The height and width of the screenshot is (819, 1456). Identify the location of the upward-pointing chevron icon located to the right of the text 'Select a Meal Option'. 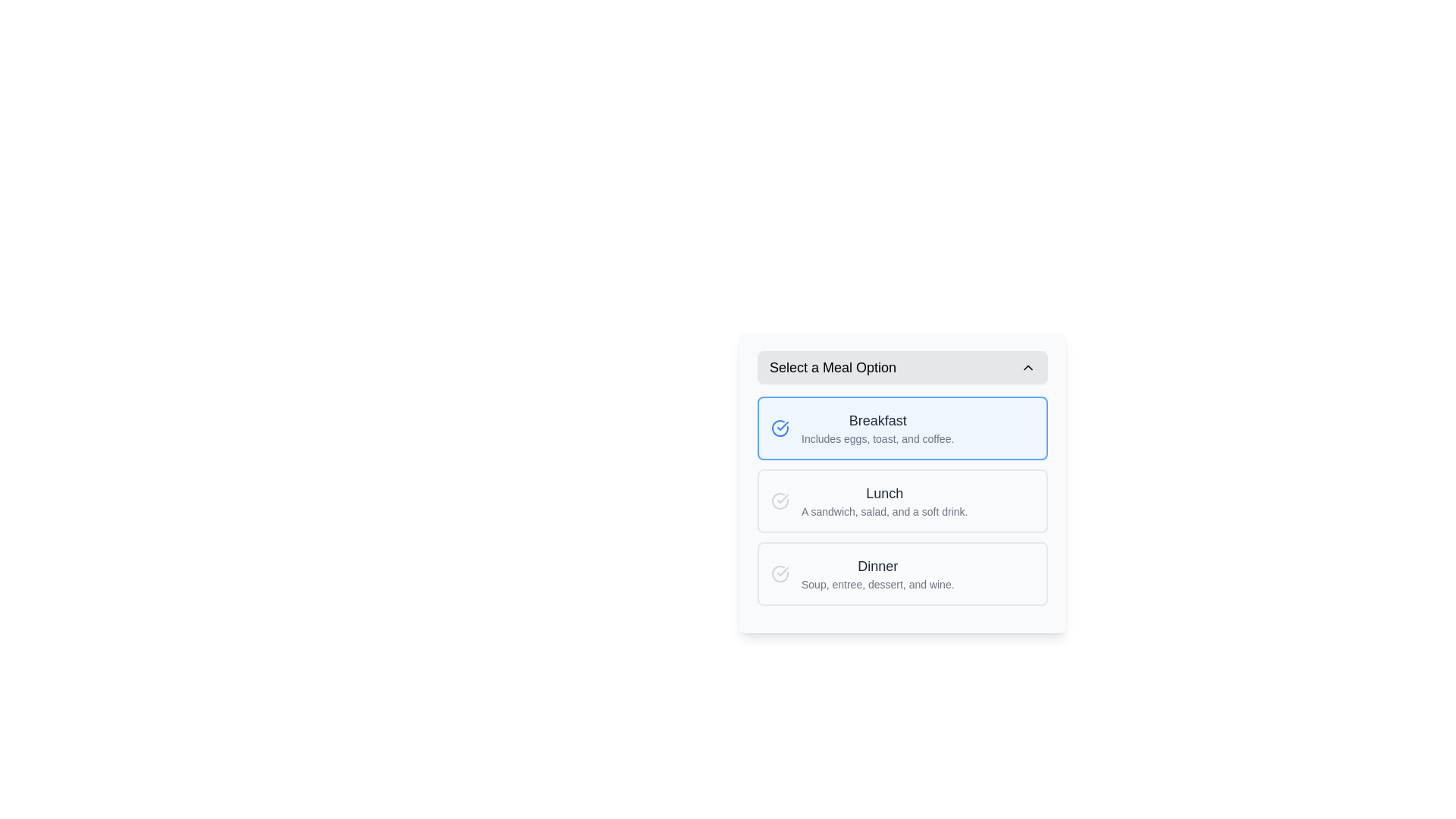
(1028, 368).